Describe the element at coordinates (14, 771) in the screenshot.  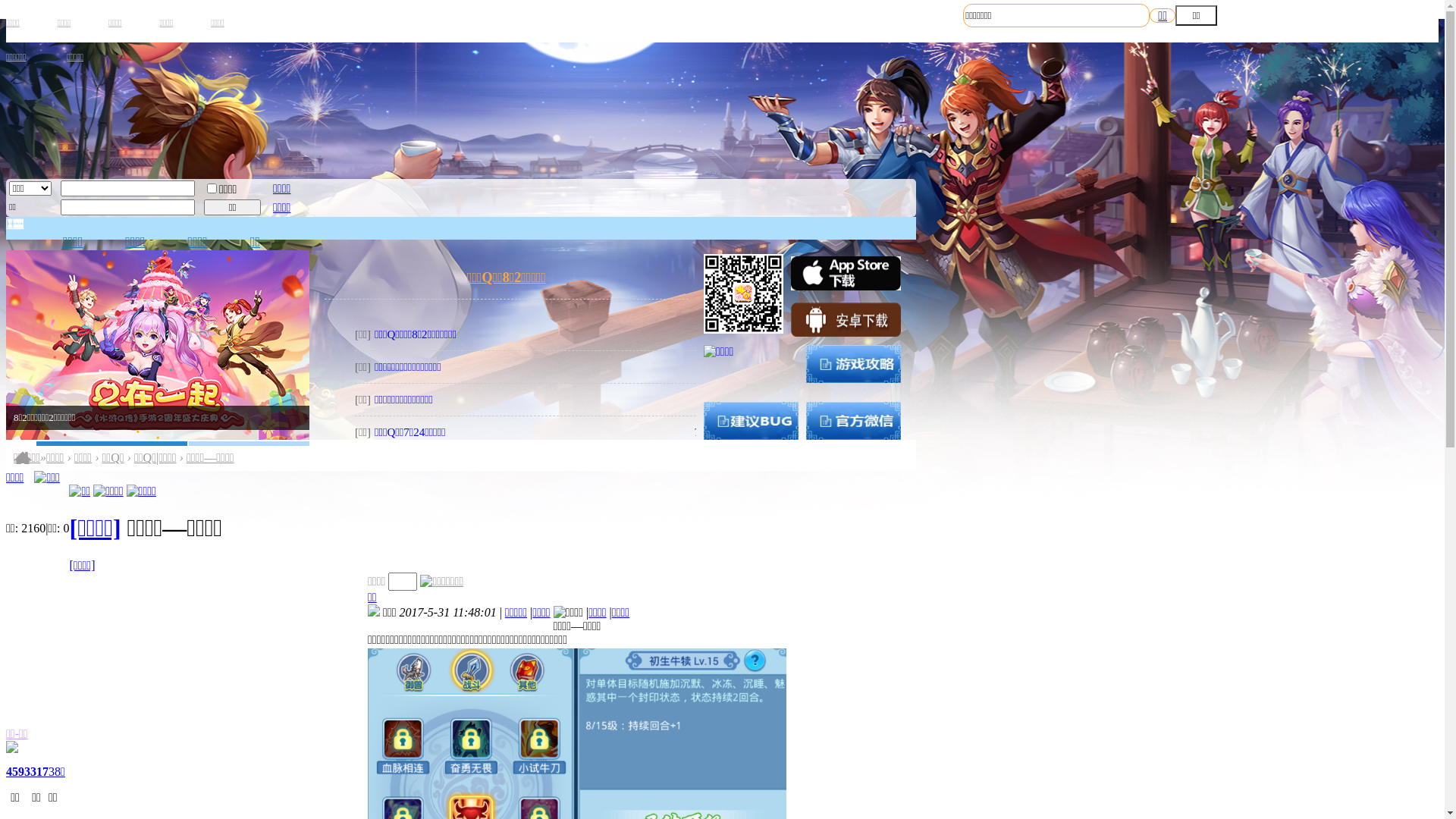
I see `'459'` at that location.